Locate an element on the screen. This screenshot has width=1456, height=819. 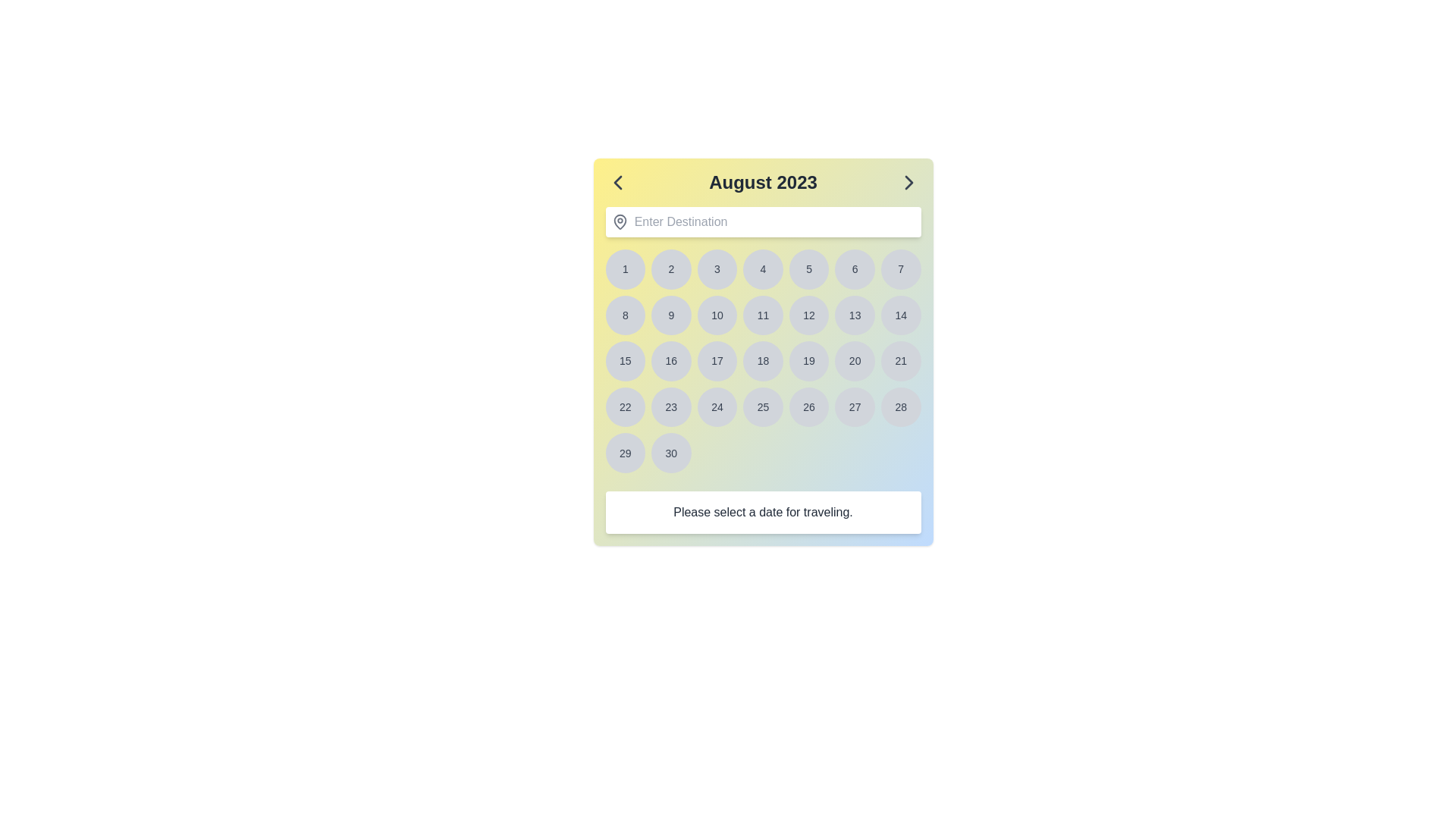
the circular button labeled '23' in the fifth row, second column of the calendar interface is located at coordinates (670, 406).